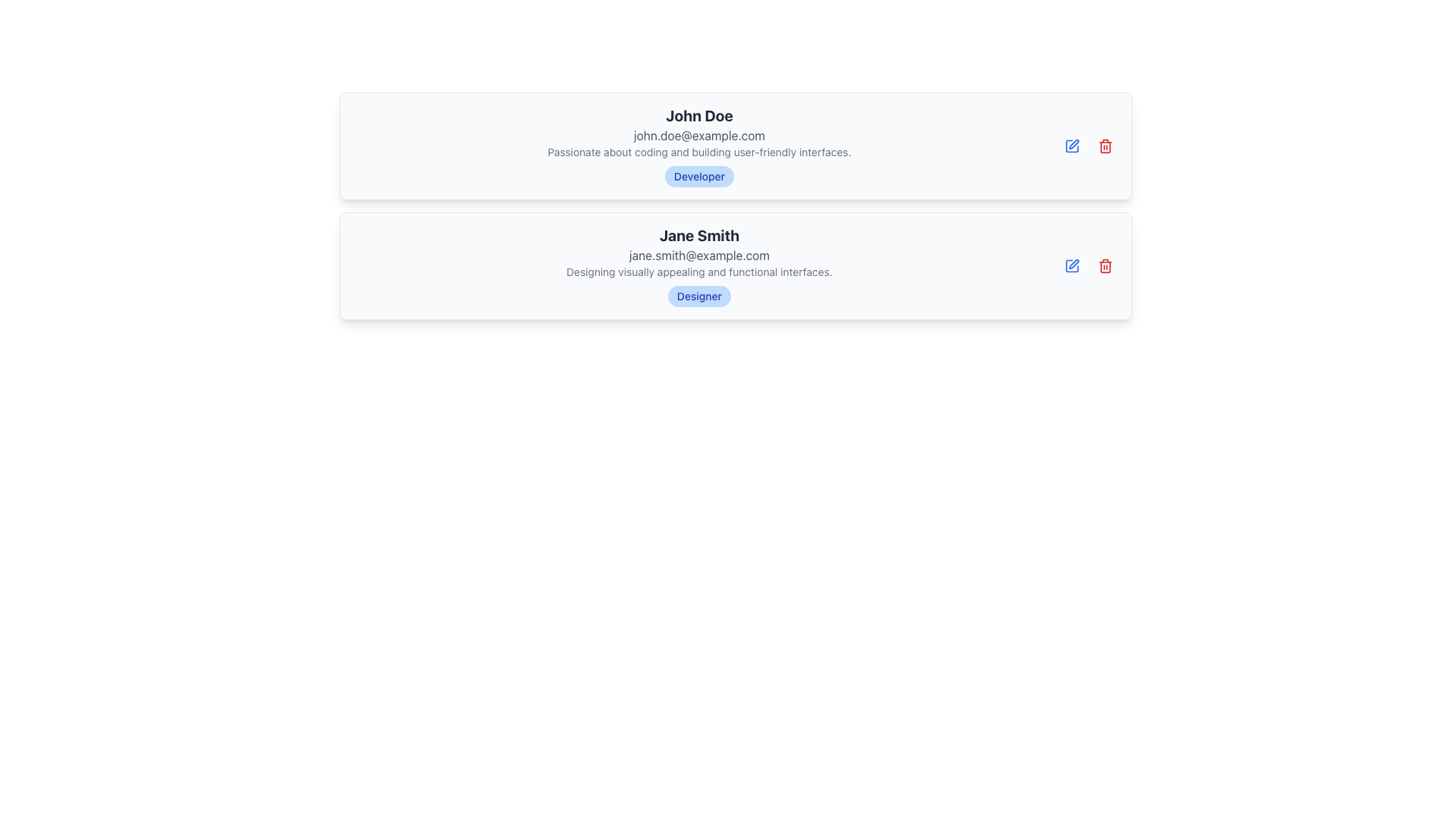 The image size is (1456, 819). Describe the element at coordinates (698, 134) in the screenshot. I see `email address displayed in gray text, 'john.doe@example.com', which is located below the name 'John Doe' and above descriptive text` at that location.